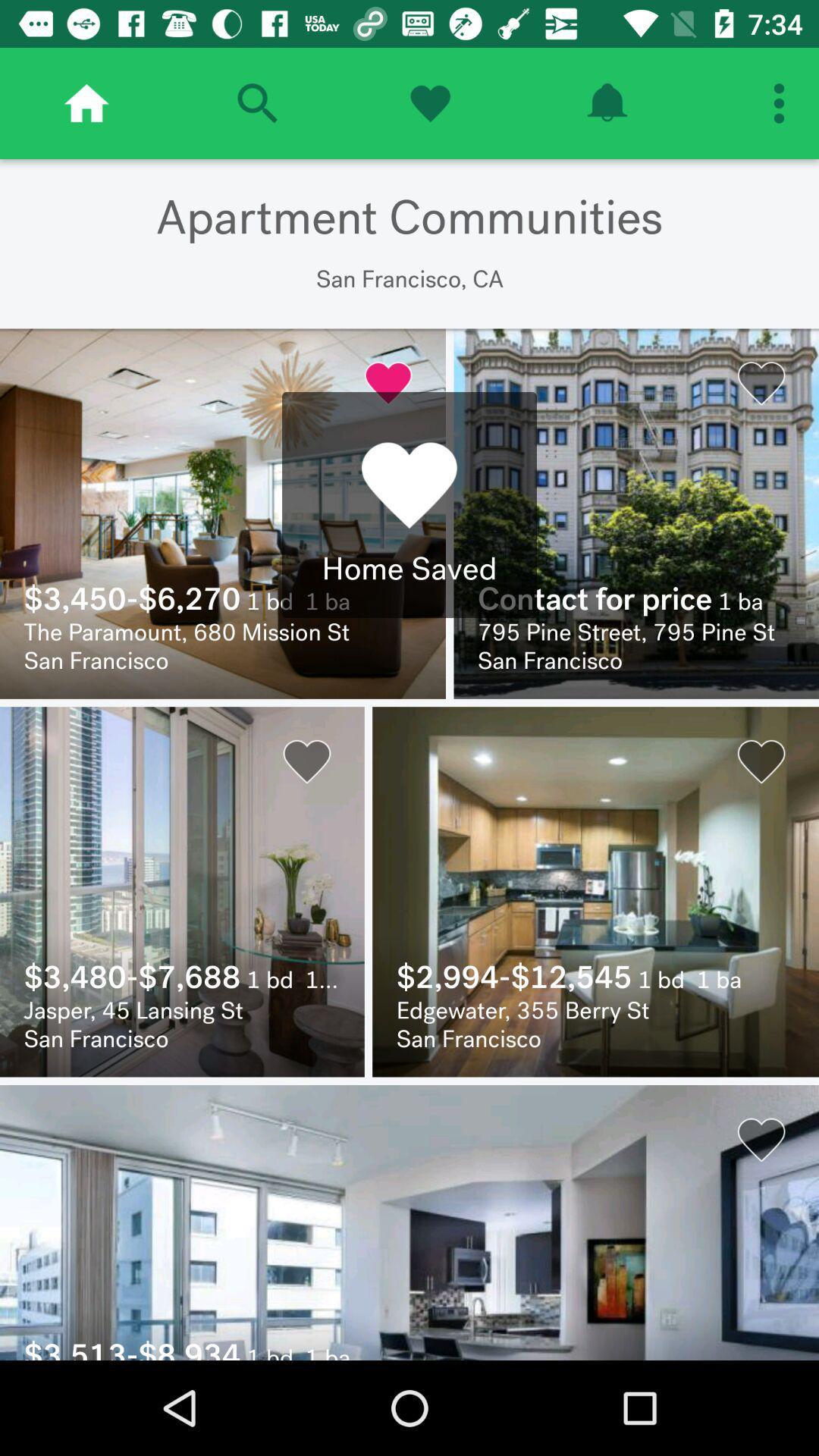  I want to click on home page, so click(86, 102).